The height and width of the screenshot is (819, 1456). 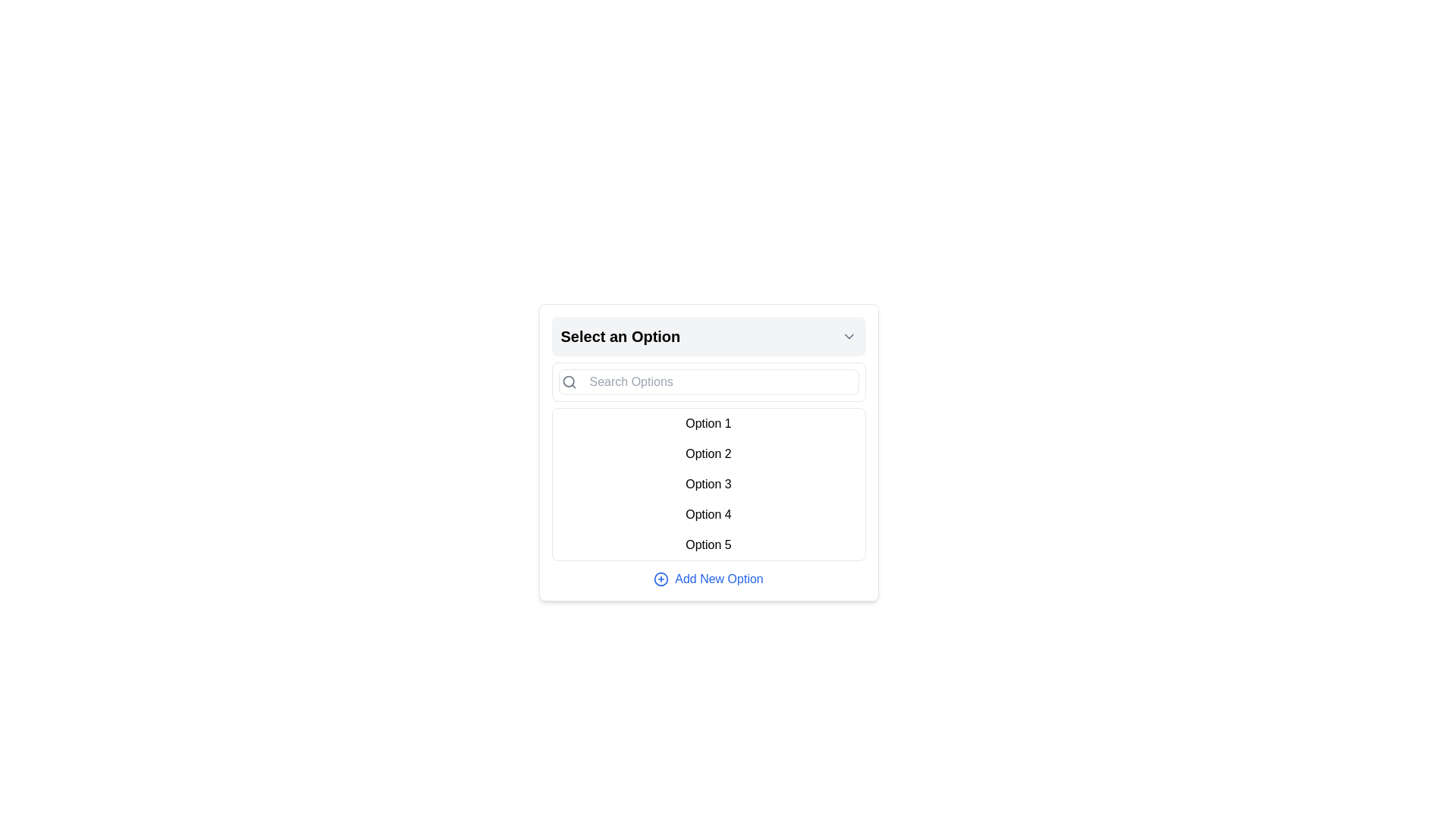 I want to click on the circular icon with a blue border and a plus sign inside, located next to the text 'Add New Option', so click(x=661, y=579).